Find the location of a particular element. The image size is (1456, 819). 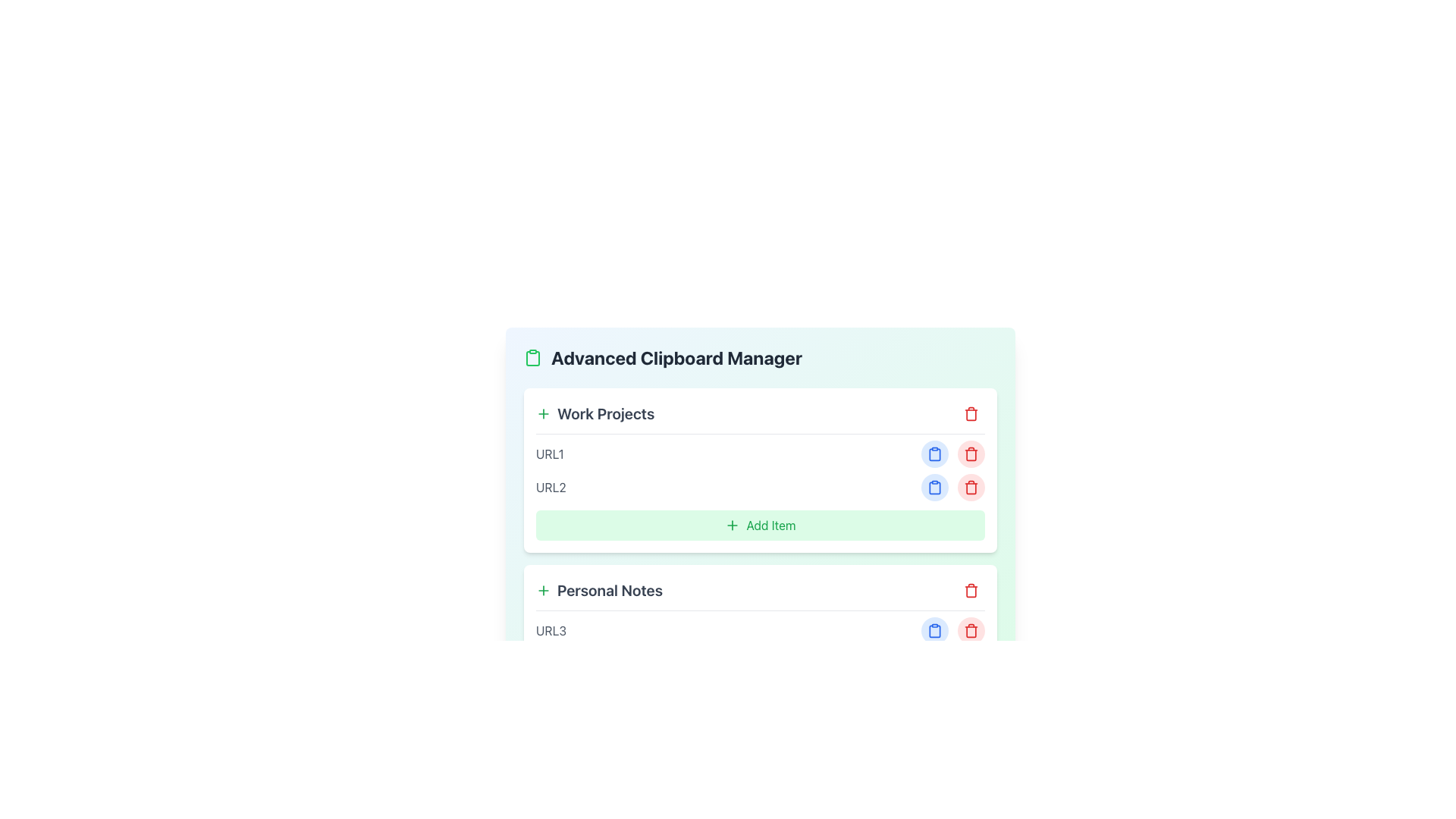

the red trash icon within the 'Delete Group' button in the 'Work Projects' section is located at coordinates (971, 414).